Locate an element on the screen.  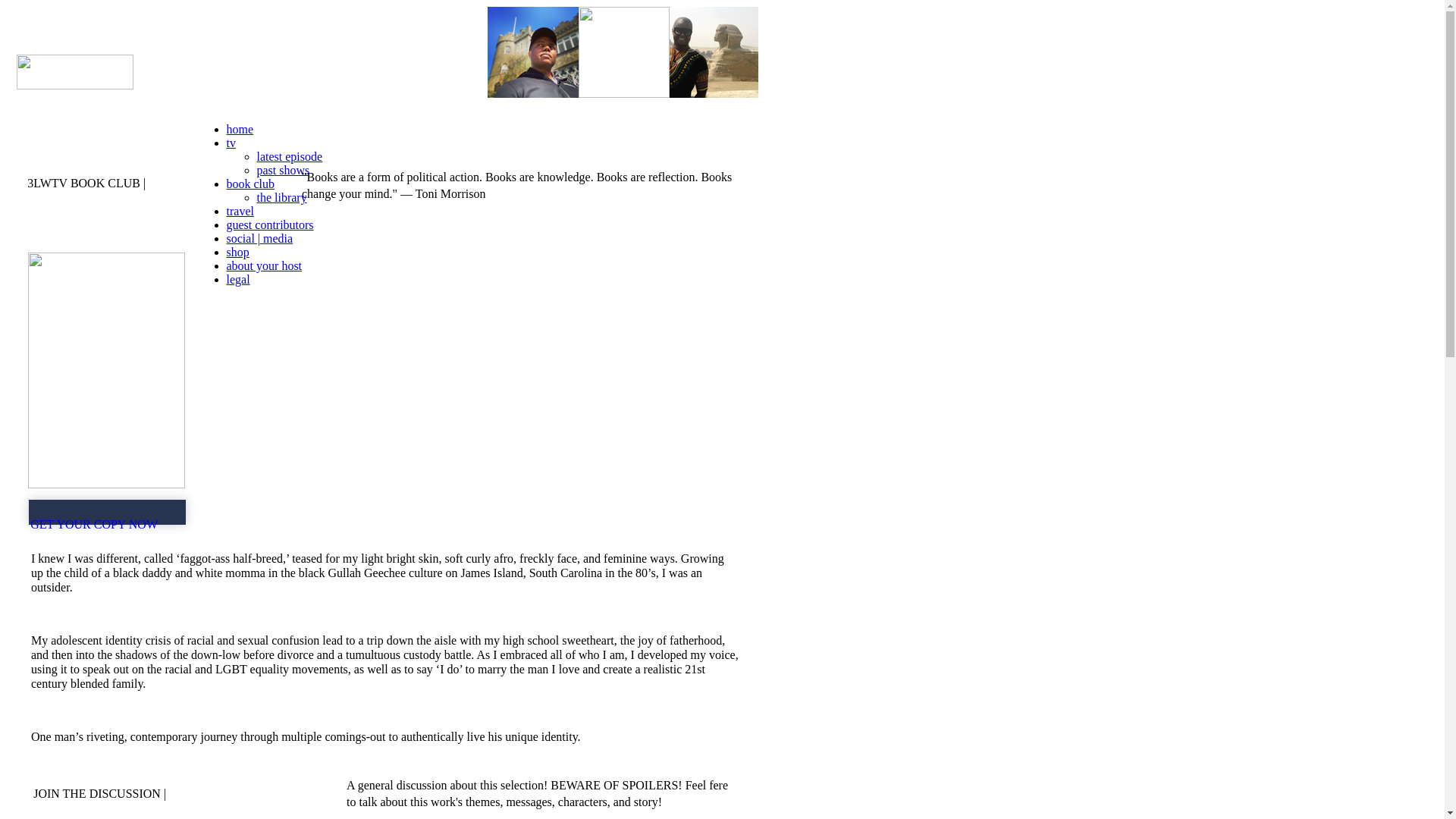
'book club' is located at coordinates (250, 183).